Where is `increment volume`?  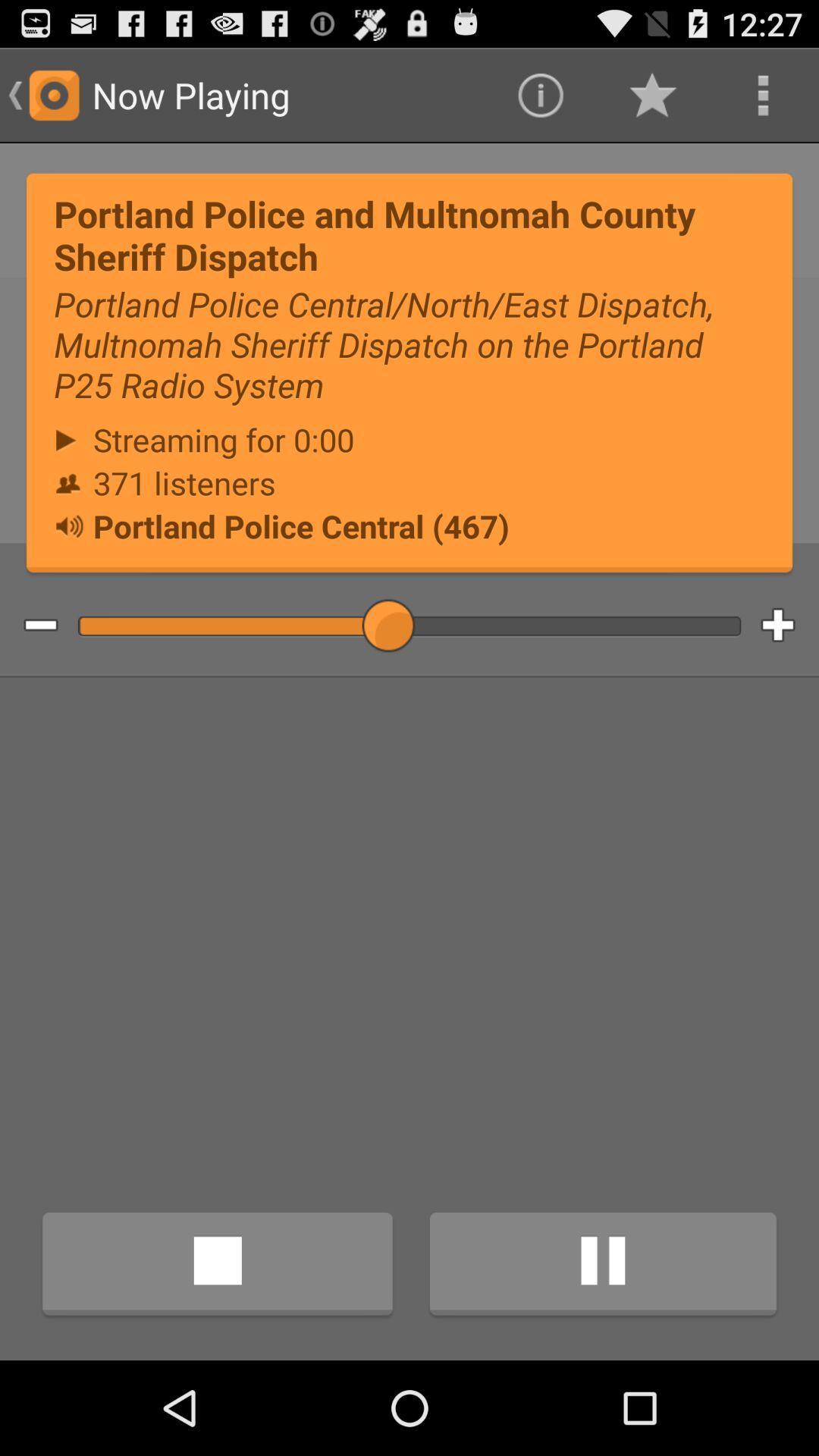
increment volume is located at coordinates (789, 626).